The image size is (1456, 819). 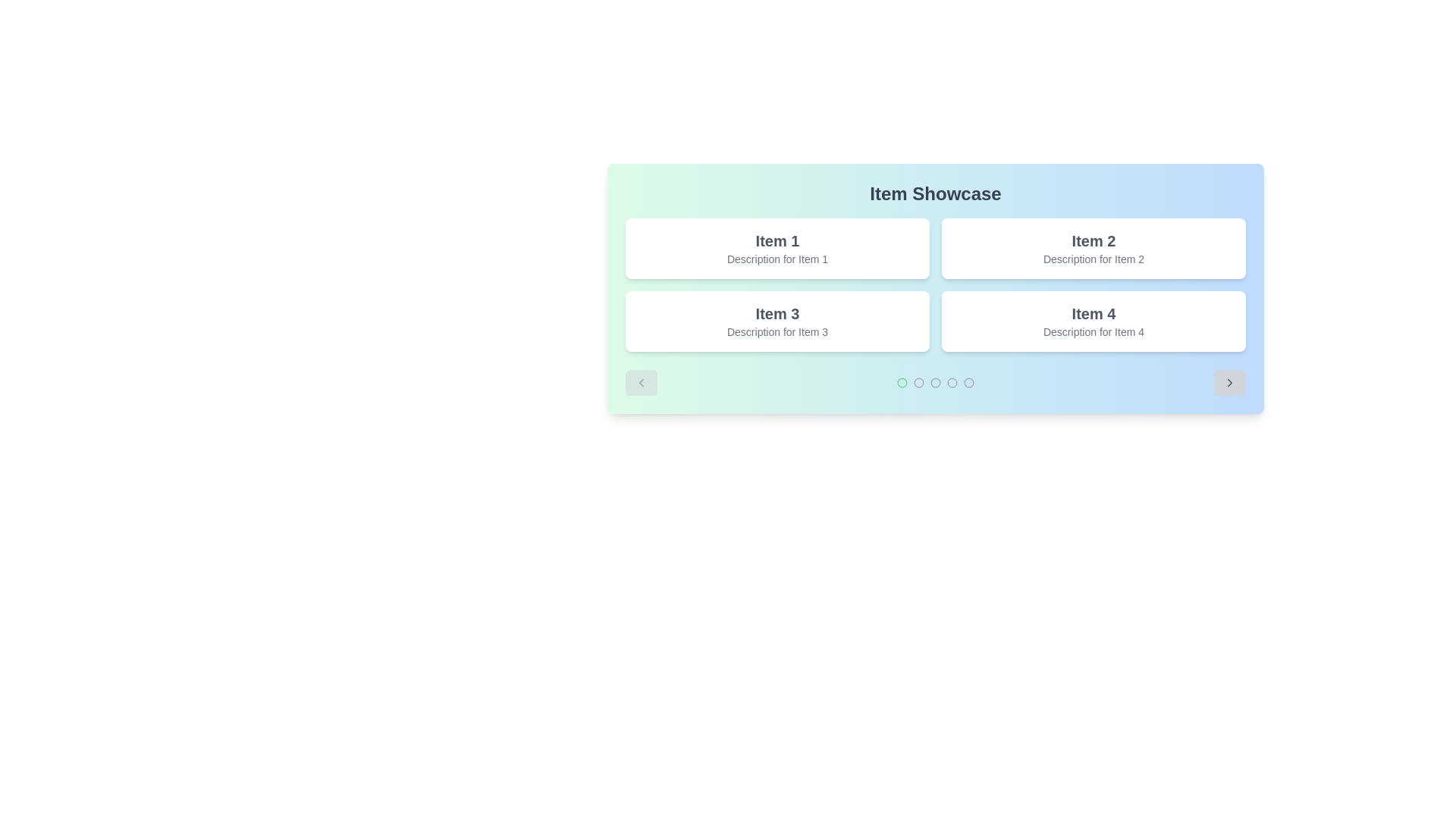 What do you see at coordinates (1094, 312) in the screenshot?
I see `the title text label located above the 'Description for Item 4' in the bottom-right item of a 2x2 grid layout` at bounding box center [1094, 312].